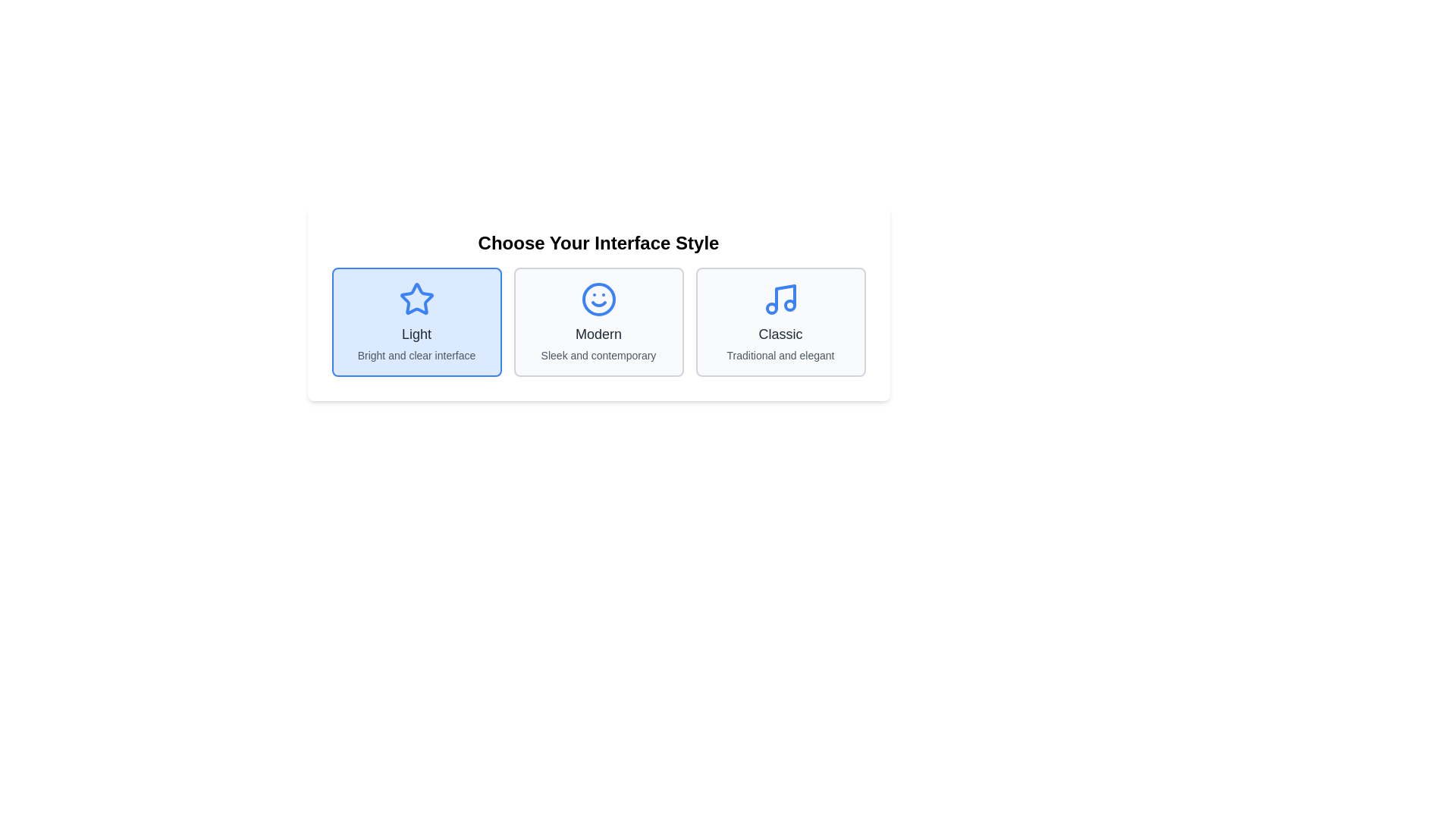  I want to click on the 'Classic' text option in the vertically aligned layout containing a blue musical note icon above it, so click(780, 321).